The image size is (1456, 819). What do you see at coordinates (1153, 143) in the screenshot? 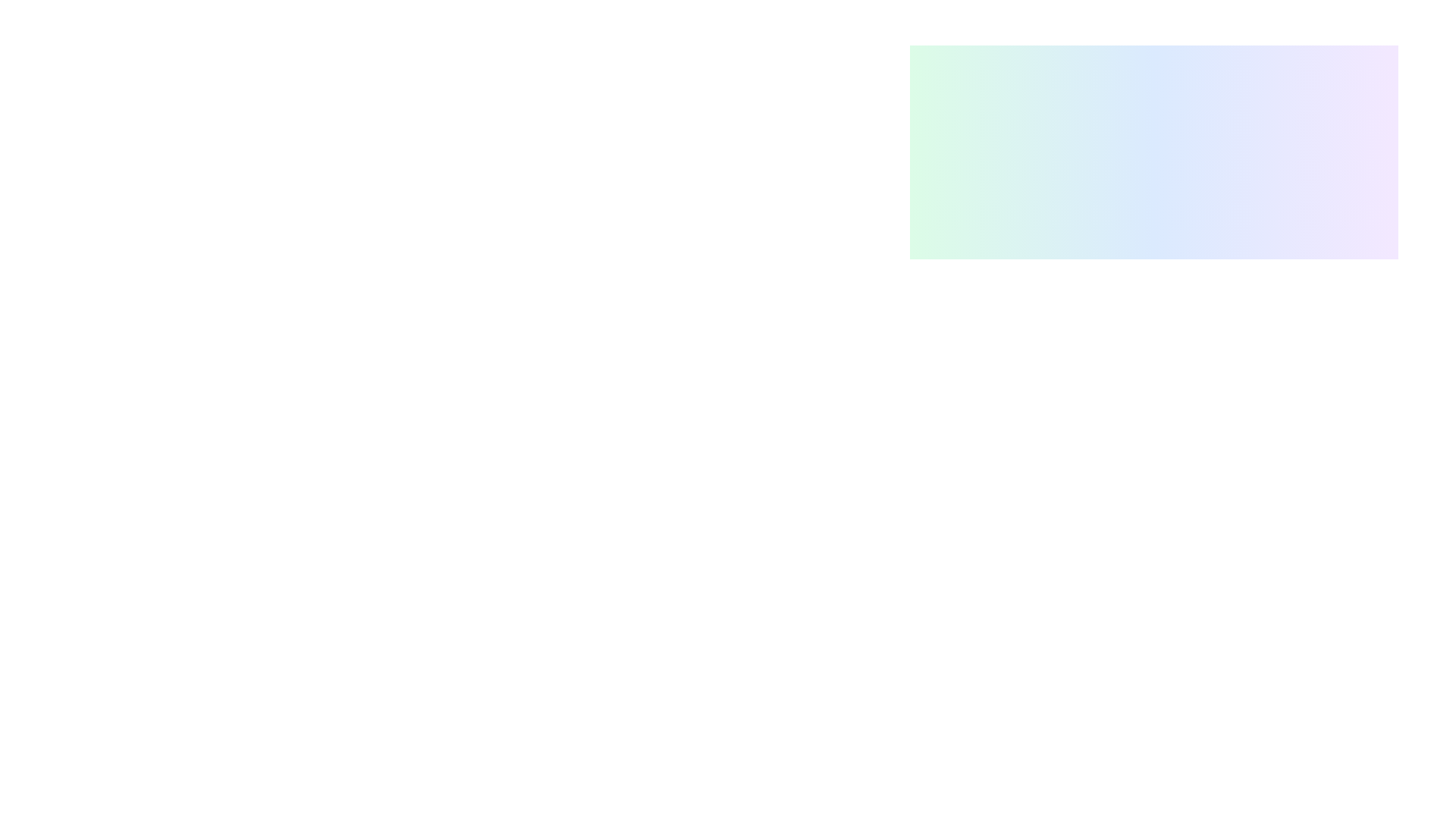
I see `the visually appealing box with a gradient background transitioning from green to blue to purple, located in the top-right section of the interface` at bounding box center [1153, 143].